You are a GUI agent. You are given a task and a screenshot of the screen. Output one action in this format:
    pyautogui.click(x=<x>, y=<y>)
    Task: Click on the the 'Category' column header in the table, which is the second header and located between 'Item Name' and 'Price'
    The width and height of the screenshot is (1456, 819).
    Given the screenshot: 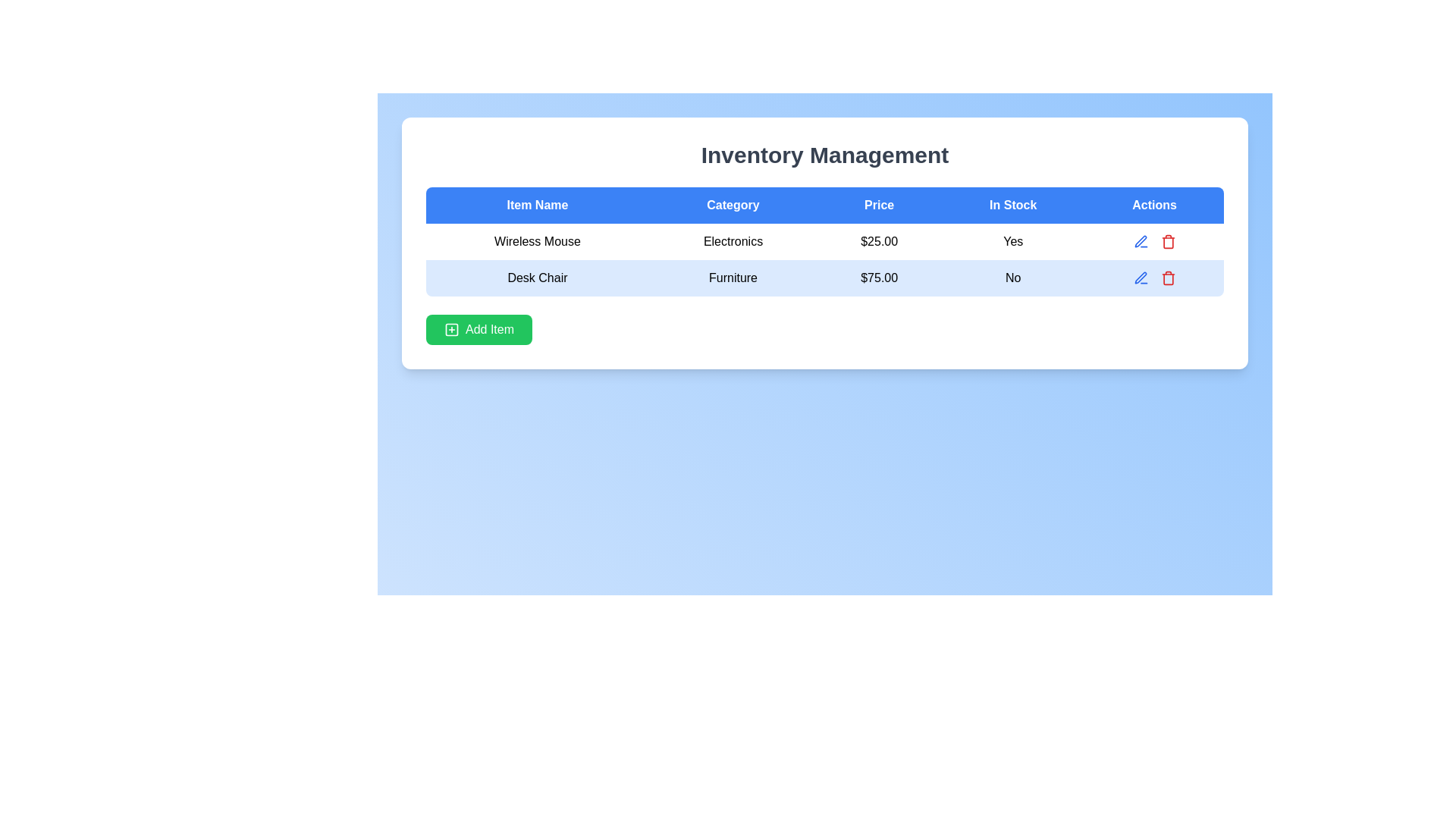 What is the action you would take?
    pyautogui.click(x=733, y=205)
    